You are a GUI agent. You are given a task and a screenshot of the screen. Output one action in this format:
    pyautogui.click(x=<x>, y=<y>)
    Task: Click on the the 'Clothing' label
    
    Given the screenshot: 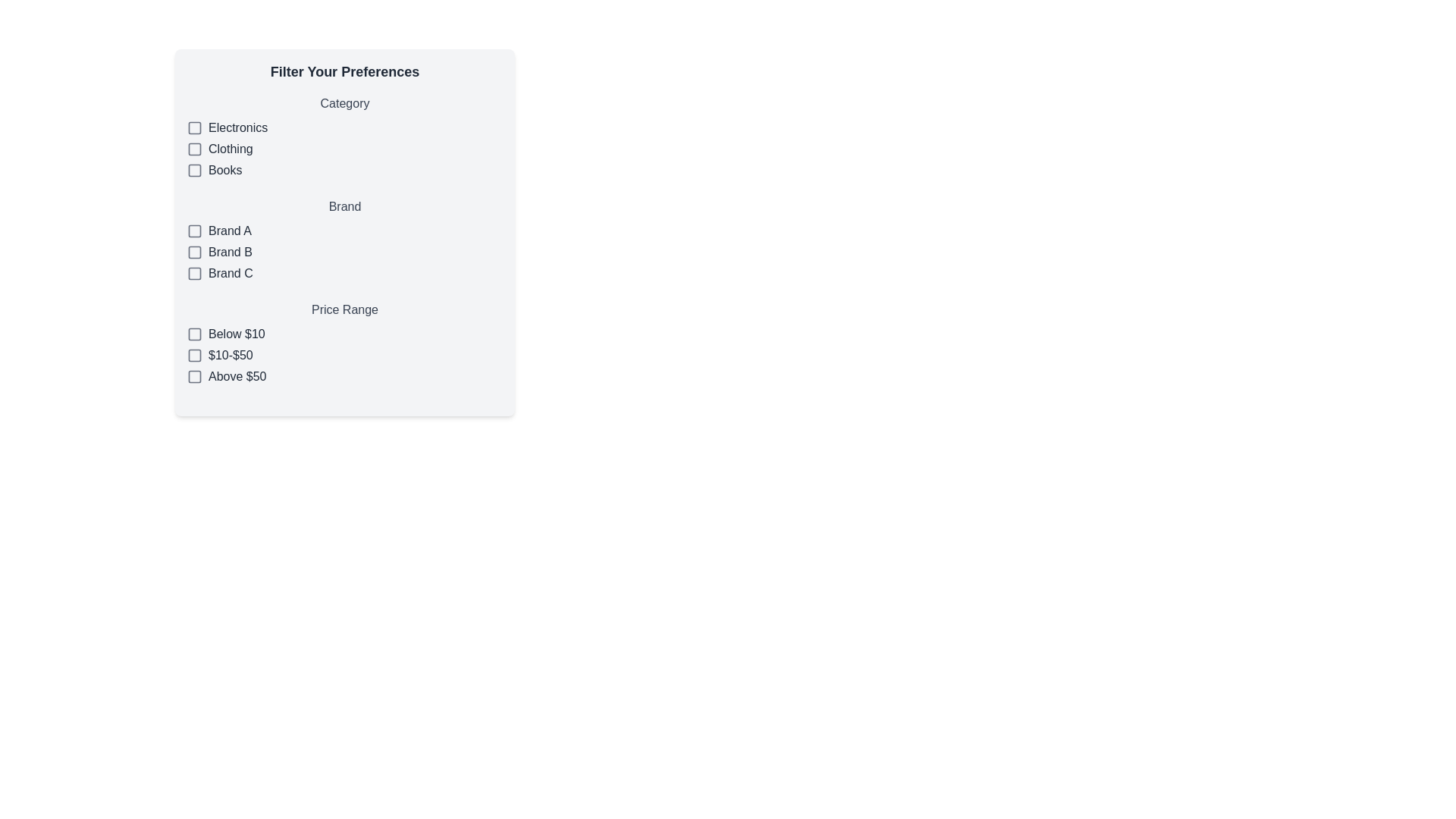 What is the action you would take?
    pyautogui.click(x=230, y=149)
    